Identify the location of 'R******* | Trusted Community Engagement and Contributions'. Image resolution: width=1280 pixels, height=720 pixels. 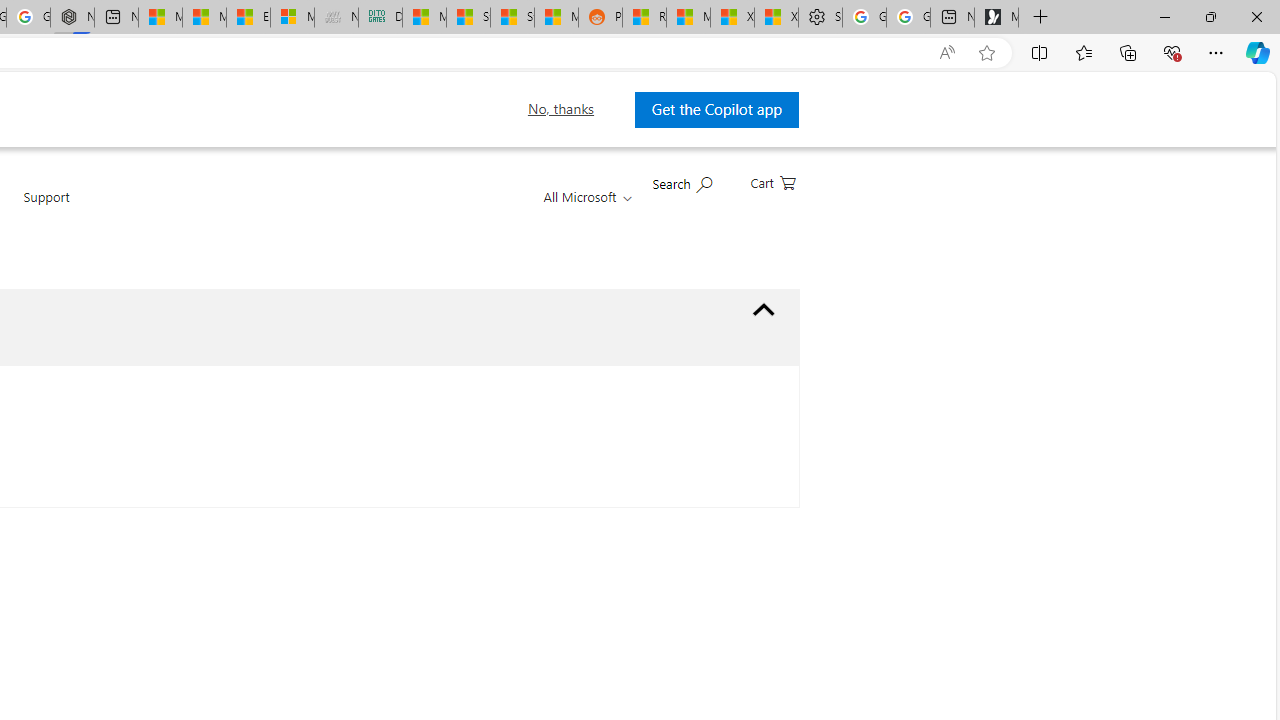
(644, 17).